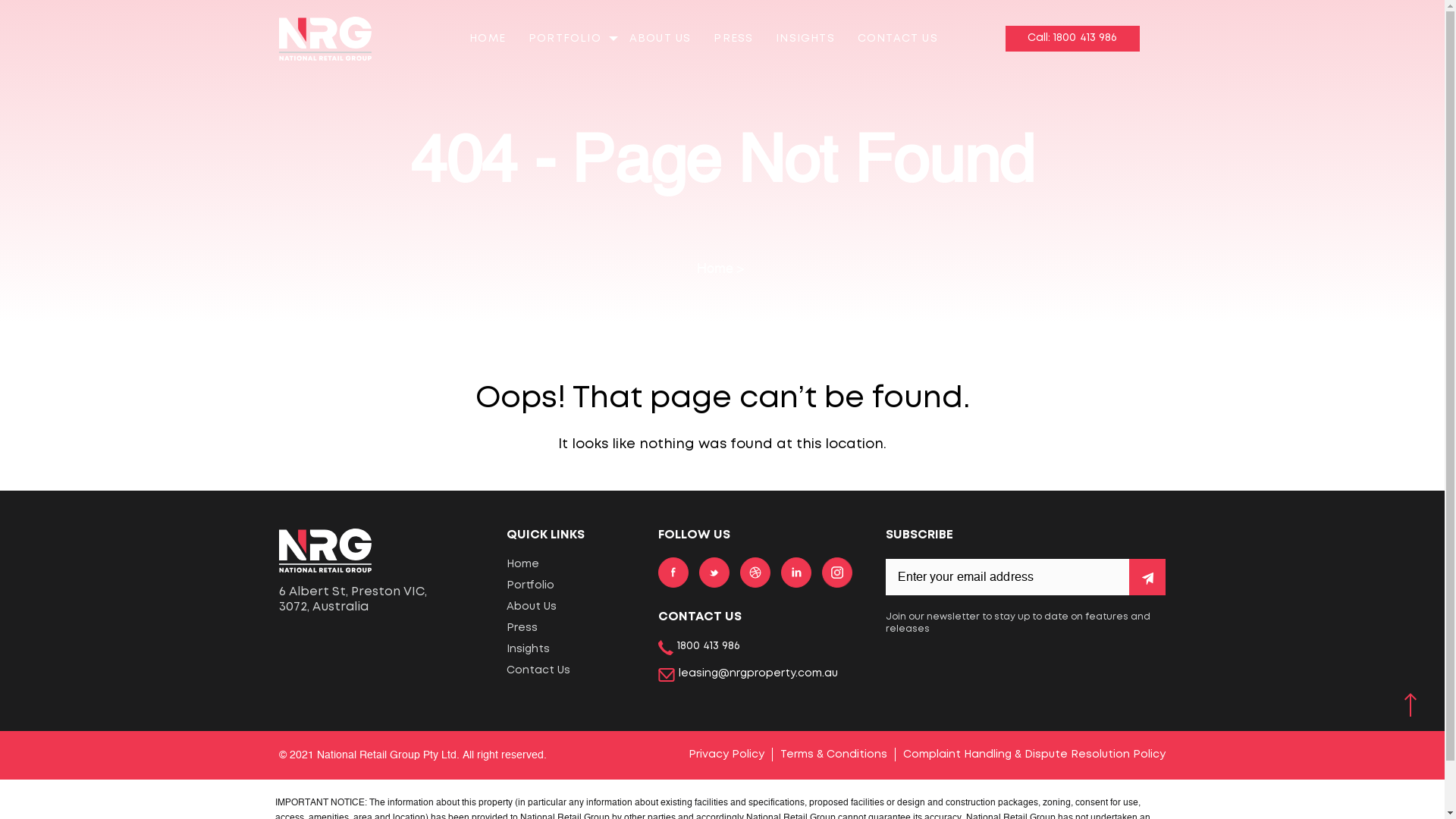 This screenshot has height=819, width=1456. Describe the element at coordinates (381, 598) in the screenshot. I see `'6 Albert St, Preston VIC,` at that location.